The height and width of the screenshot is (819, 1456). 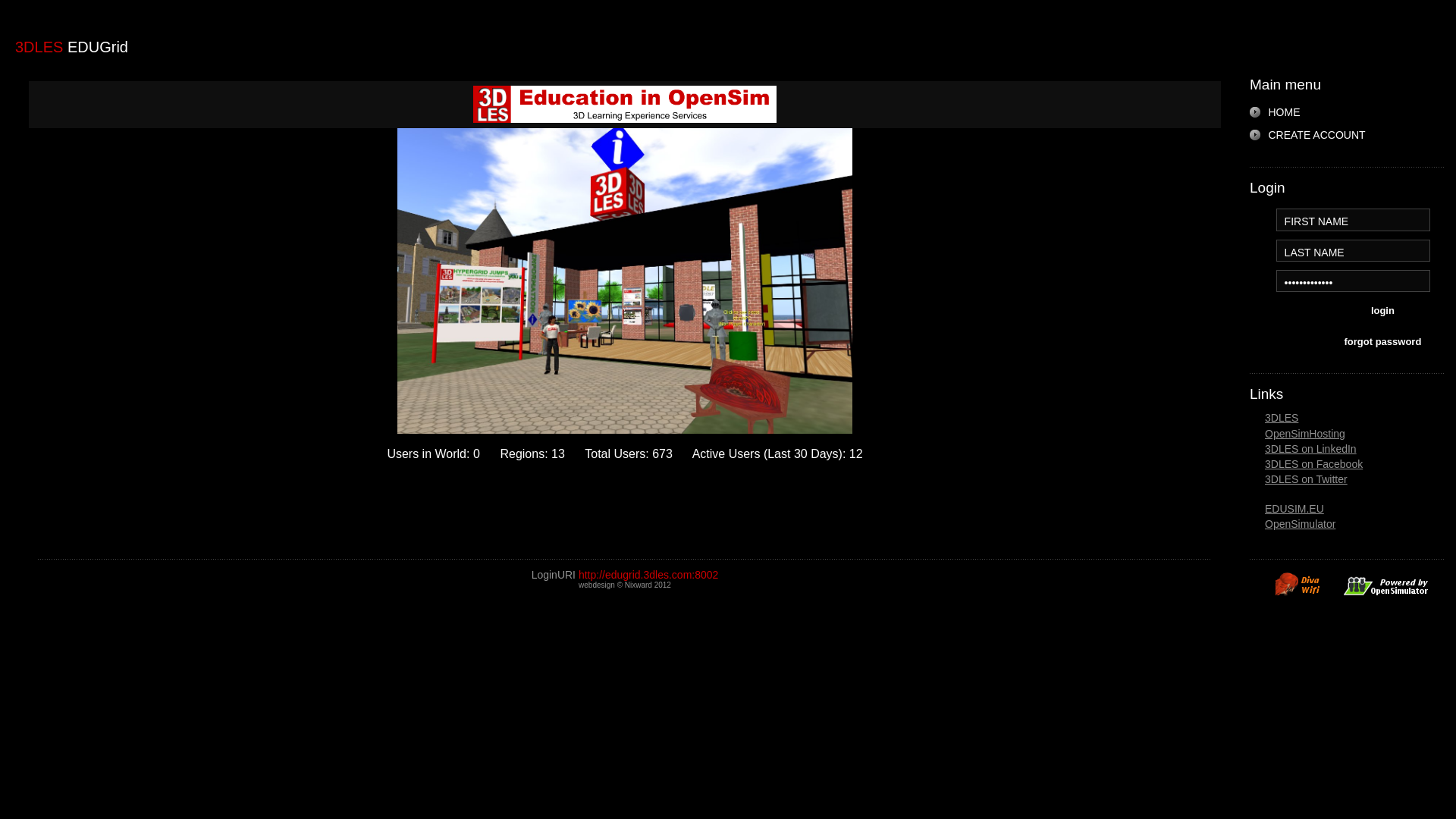 I want to click on 'CREATE ACCOUNT', so click(x=1249, y=133).